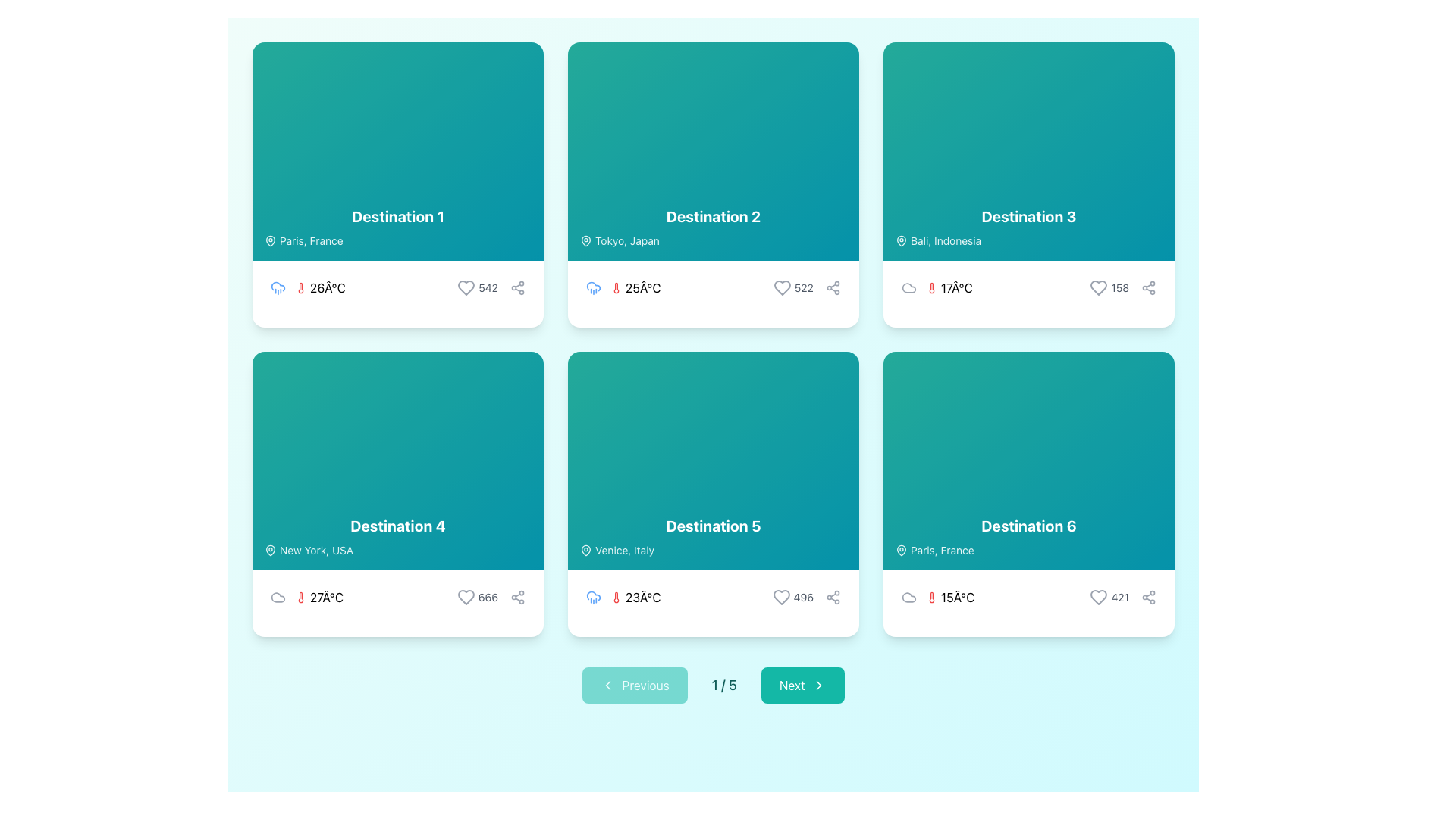 The height and width of the screenshot is (819, 1456). Describe the element at coordinates (592, 288) in the screenshot. I see `the weather condition icon that indicates rain, located at the bottom of the 'Tokyo, Japan' card, preceding the thermometer icon and the text '25°C'` at that location.